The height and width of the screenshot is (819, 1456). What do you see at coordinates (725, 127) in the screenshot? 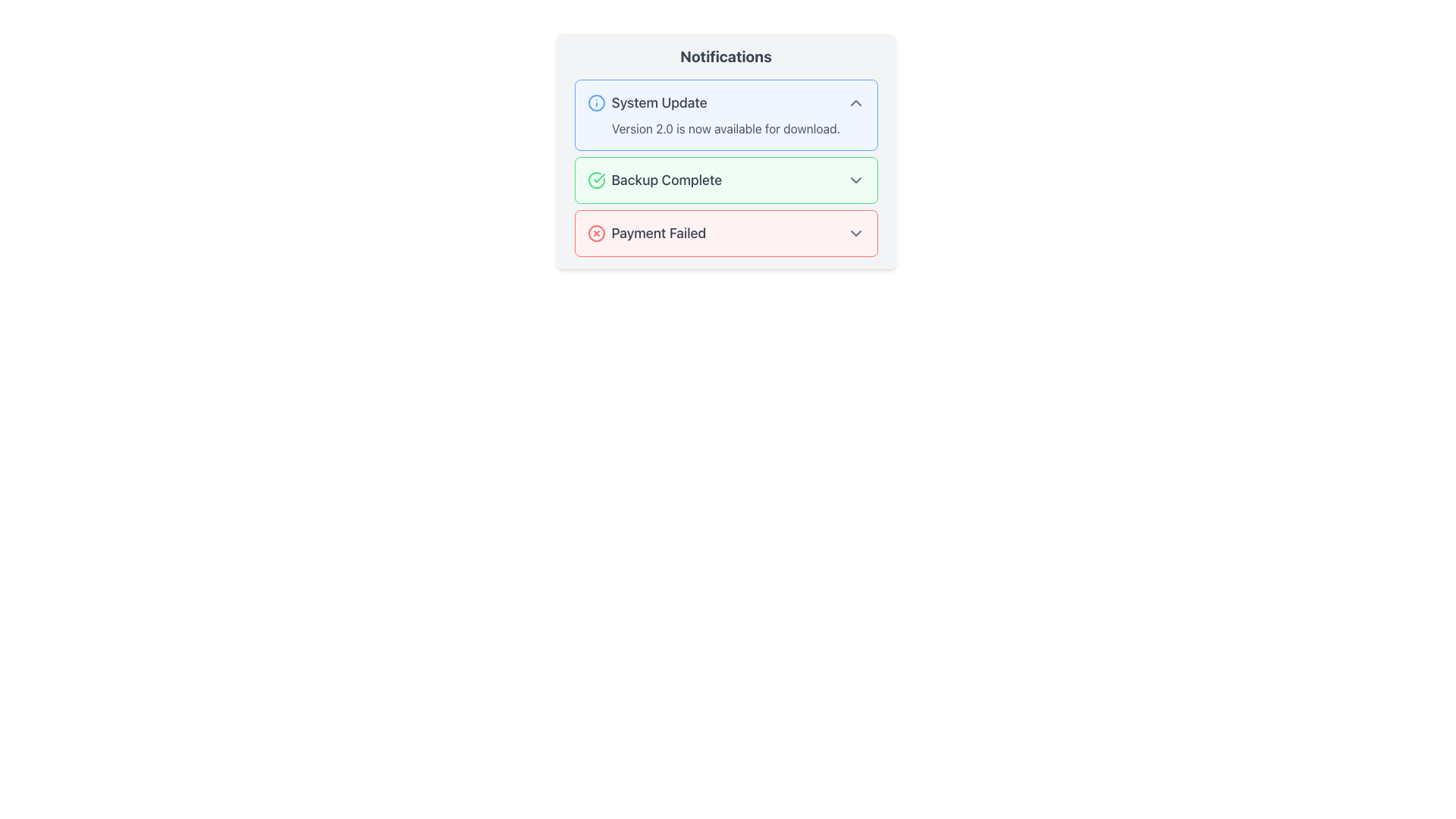
I see `the text element displaying 'Version 2.0 is now available for download.' located within the blue-bordered notification box under the header 'System Update.'` at bounding box center [725, 127].